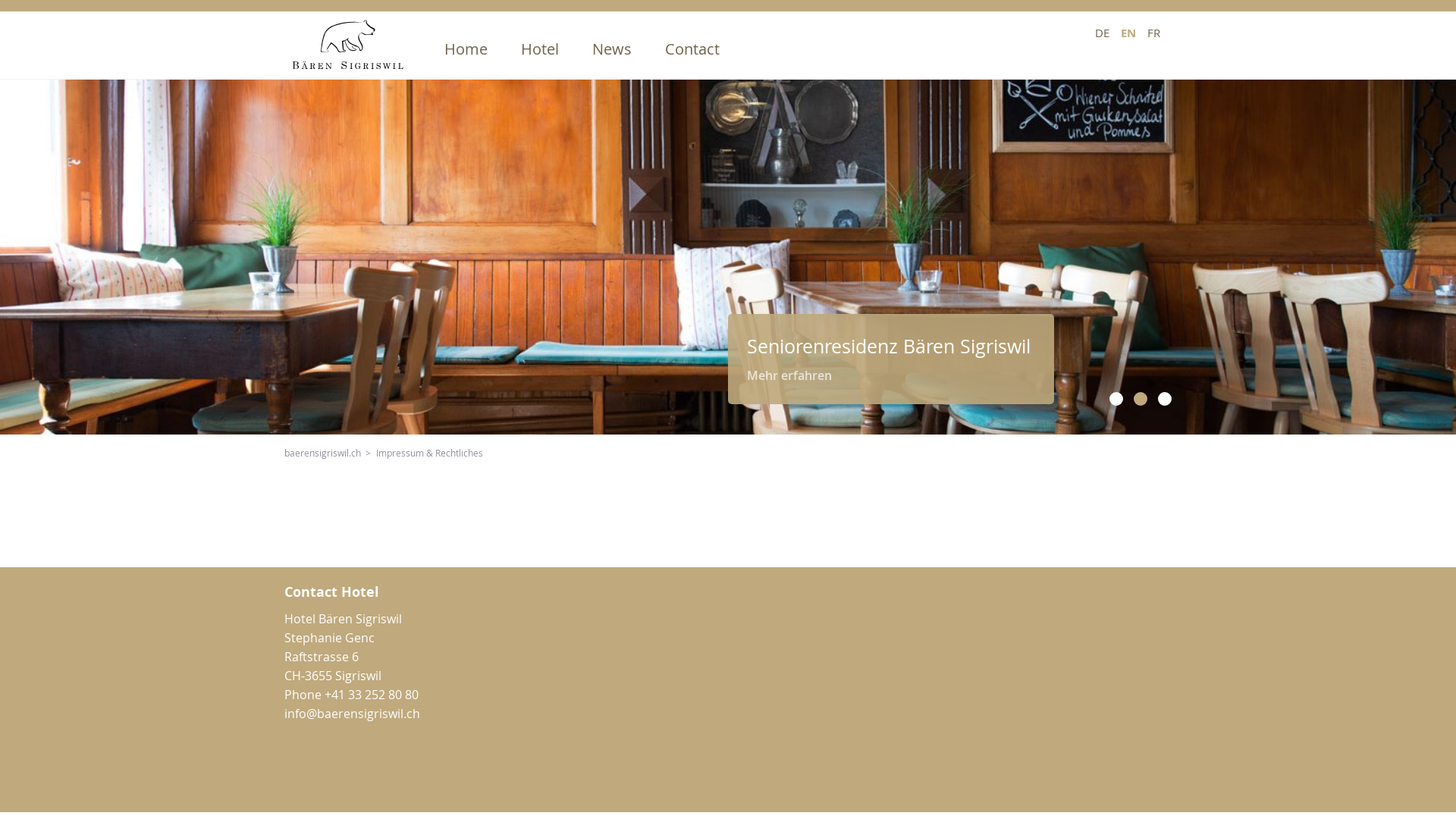  Describe the element at coordinates (1153, 32) in the screenshot. I see `'FR'` at that location.